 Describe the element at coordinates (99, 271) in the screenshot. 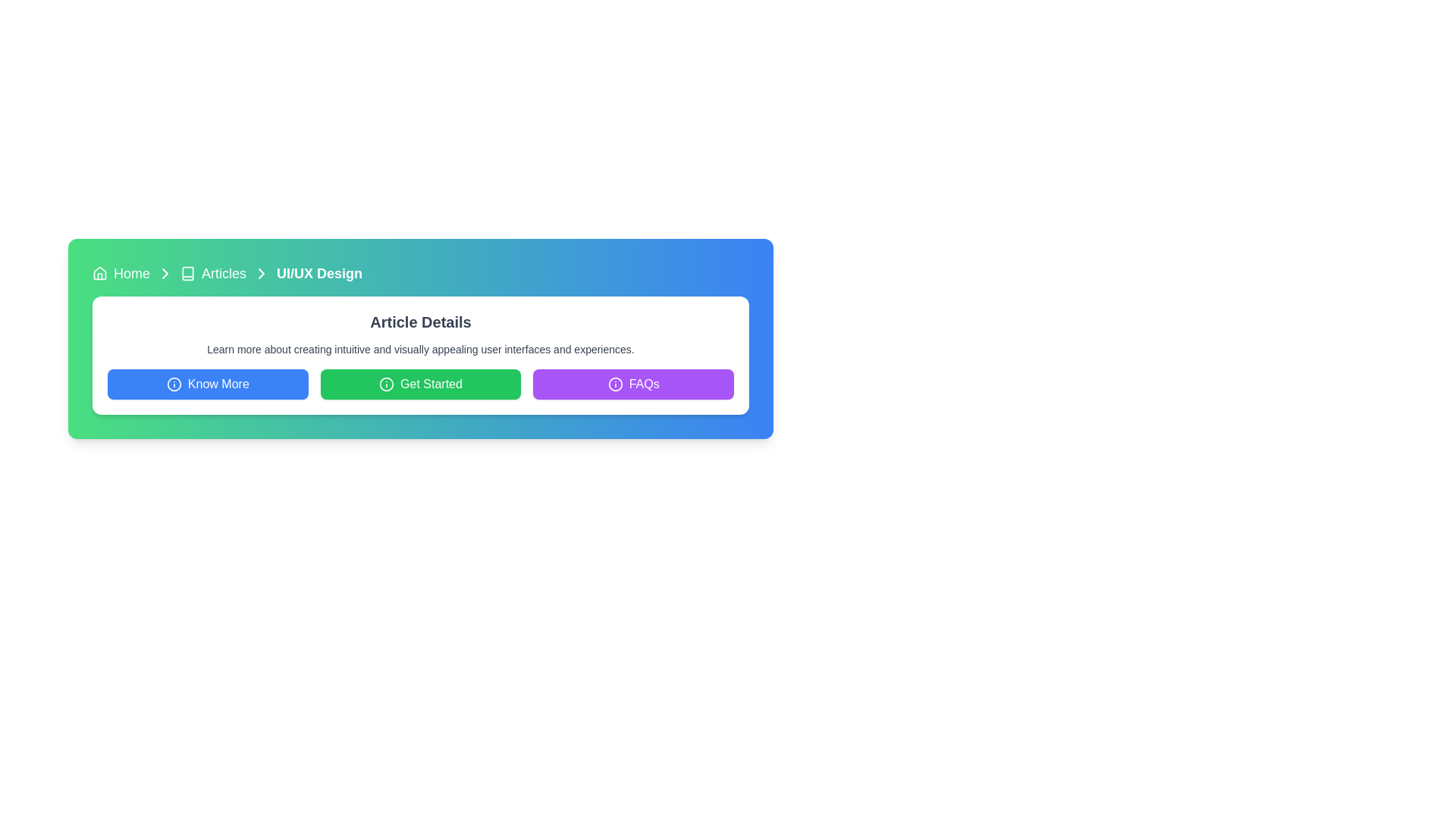

I see `the 'Home' icon located in the navigation bar at the far left, which serves as the first item in the breadcrumb sequence` at that location.